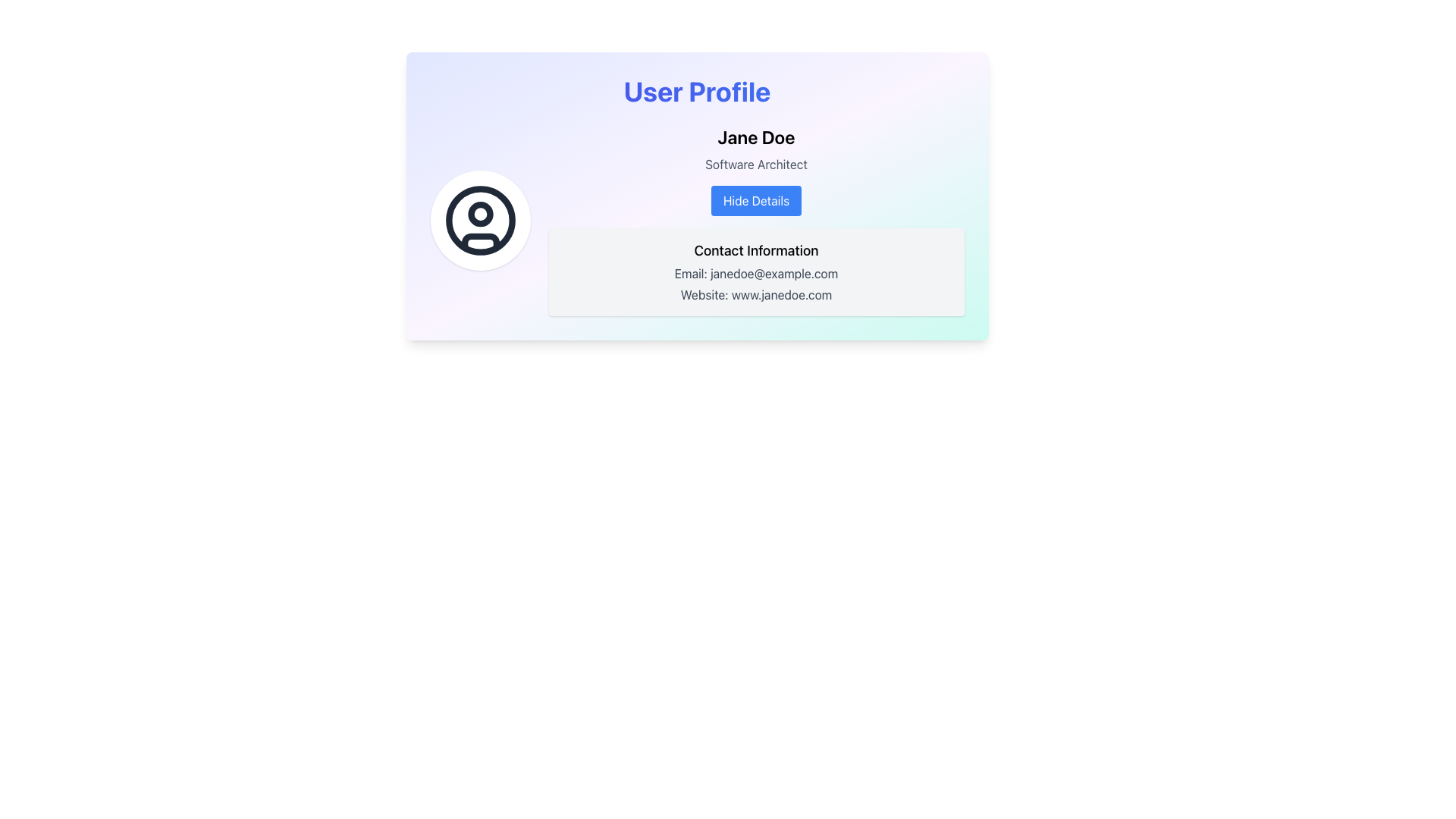  Describe the element at coordinates (756, 220) in the screenshot. I see `the 'Hide Details' button located within the user profile card, positioned on the right half and above the 'Contact Information' section` at that location.